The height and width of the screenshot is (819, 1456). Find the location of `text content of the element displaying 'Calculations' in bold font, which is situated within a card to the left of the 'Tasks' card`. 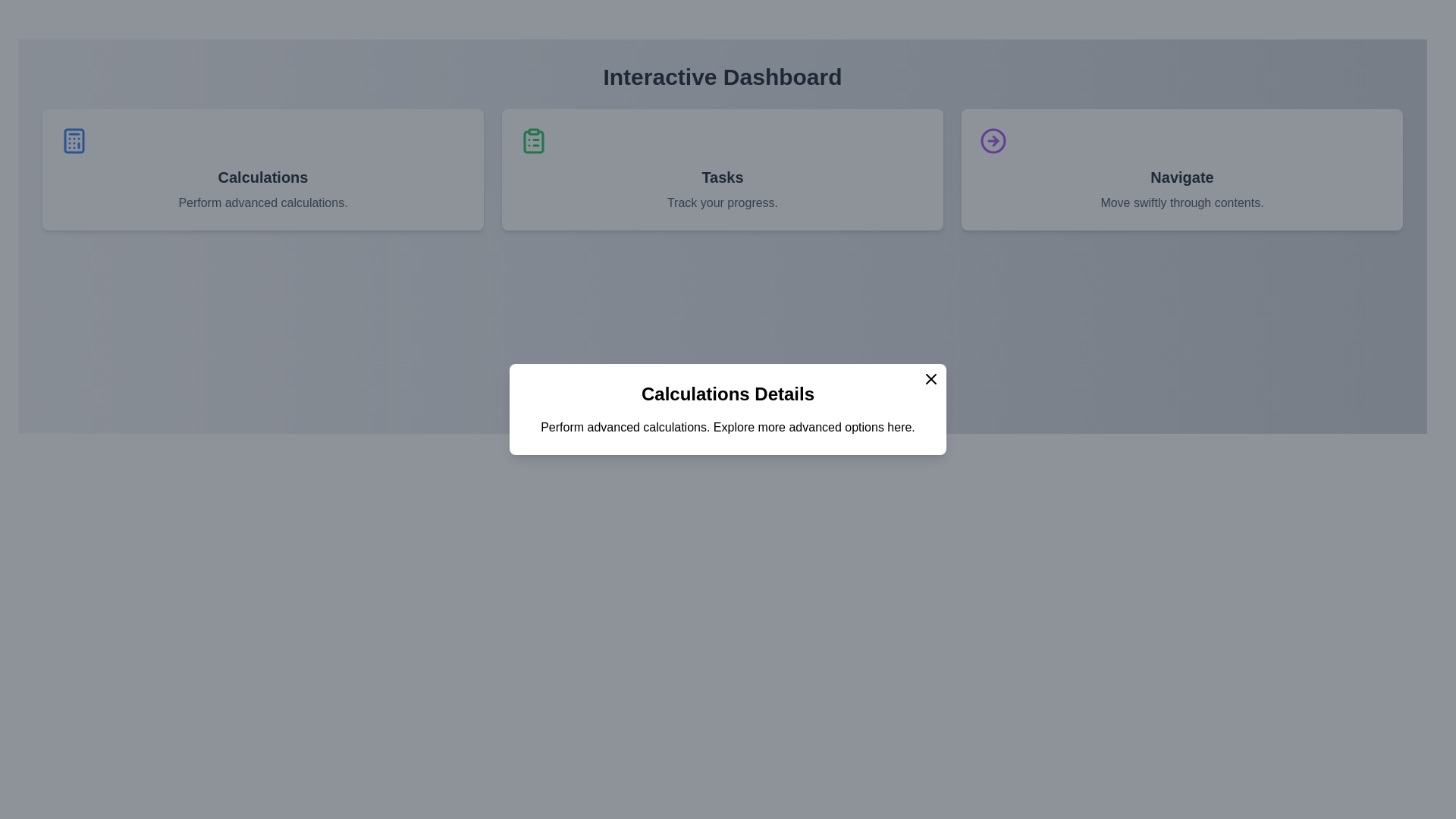

text content of the element displaying 'Calculations' in bold font, which is situated within a card to the left of the 'Tasks' card is located at coordinates (262, 177).